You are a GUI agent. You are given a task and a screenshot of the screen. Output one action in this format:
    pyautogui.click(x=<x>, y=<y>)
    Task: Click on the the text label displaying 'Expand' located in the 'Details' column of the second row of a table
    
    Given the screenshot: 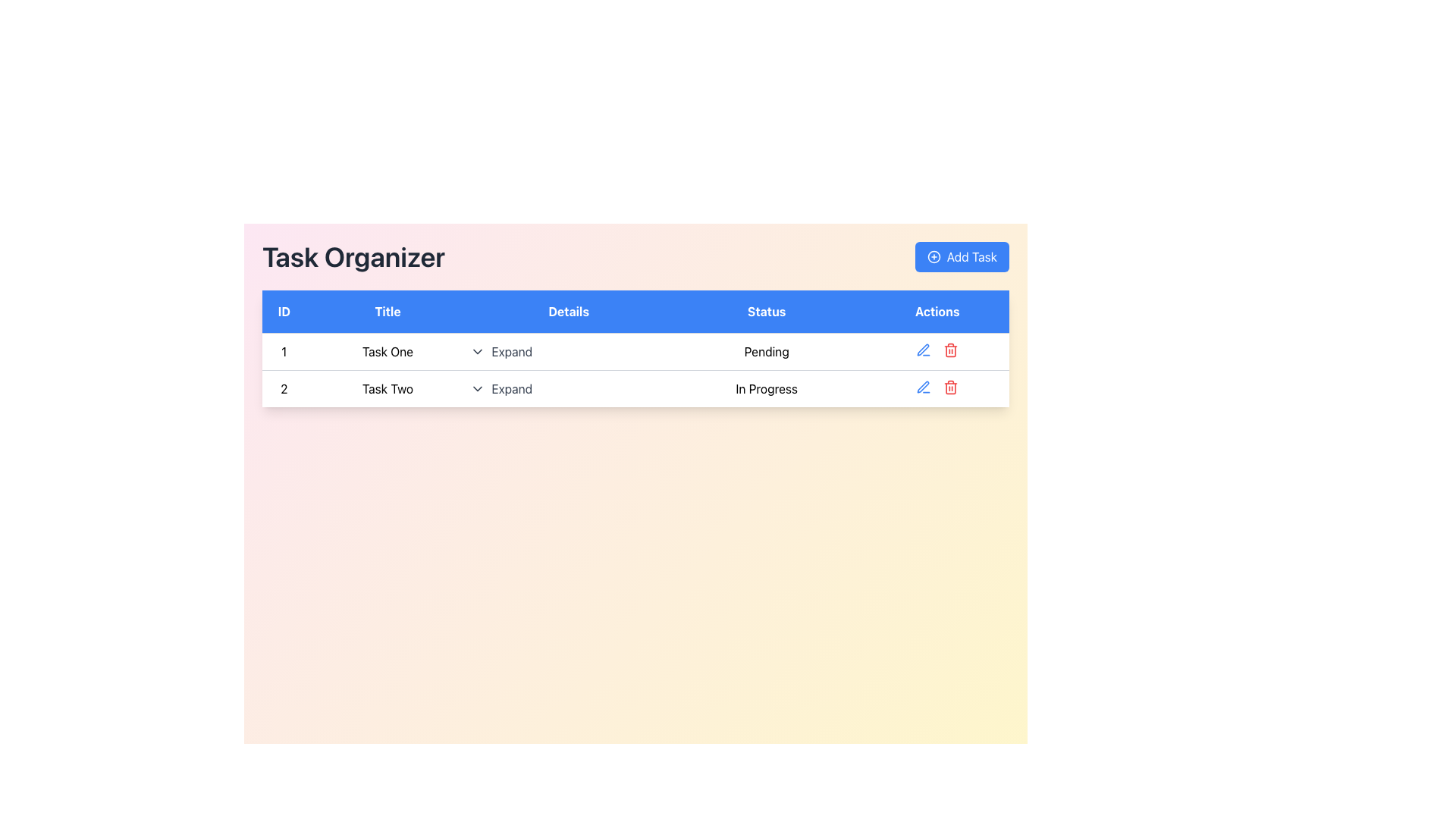 What is the action you would take?
    pyautogui.click(x=512, y=388)
    